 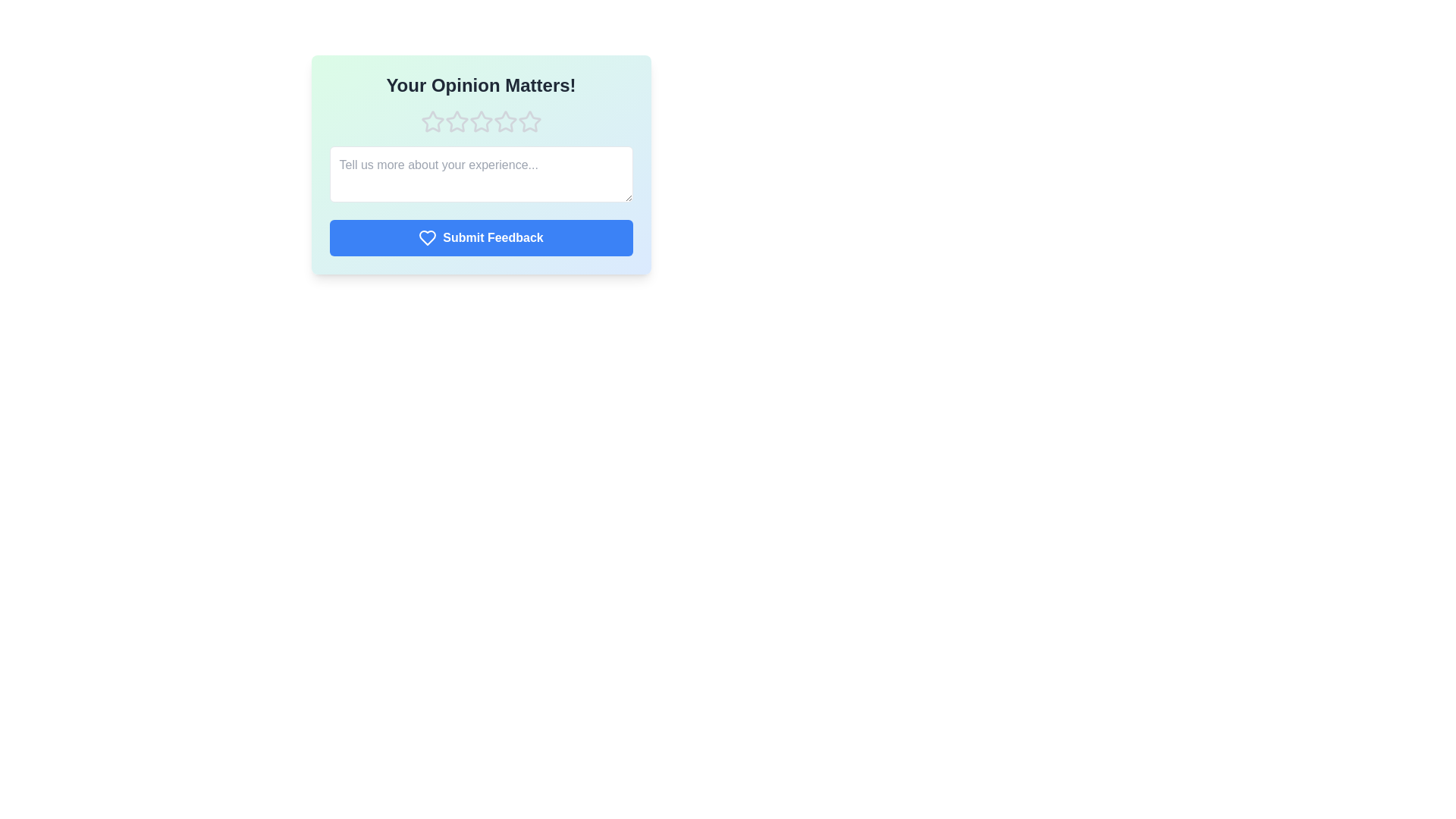 What do you see at coordinates (480, 121) in the screenshot?
I see `the second rating star icon` at bounding box center [480, 121].